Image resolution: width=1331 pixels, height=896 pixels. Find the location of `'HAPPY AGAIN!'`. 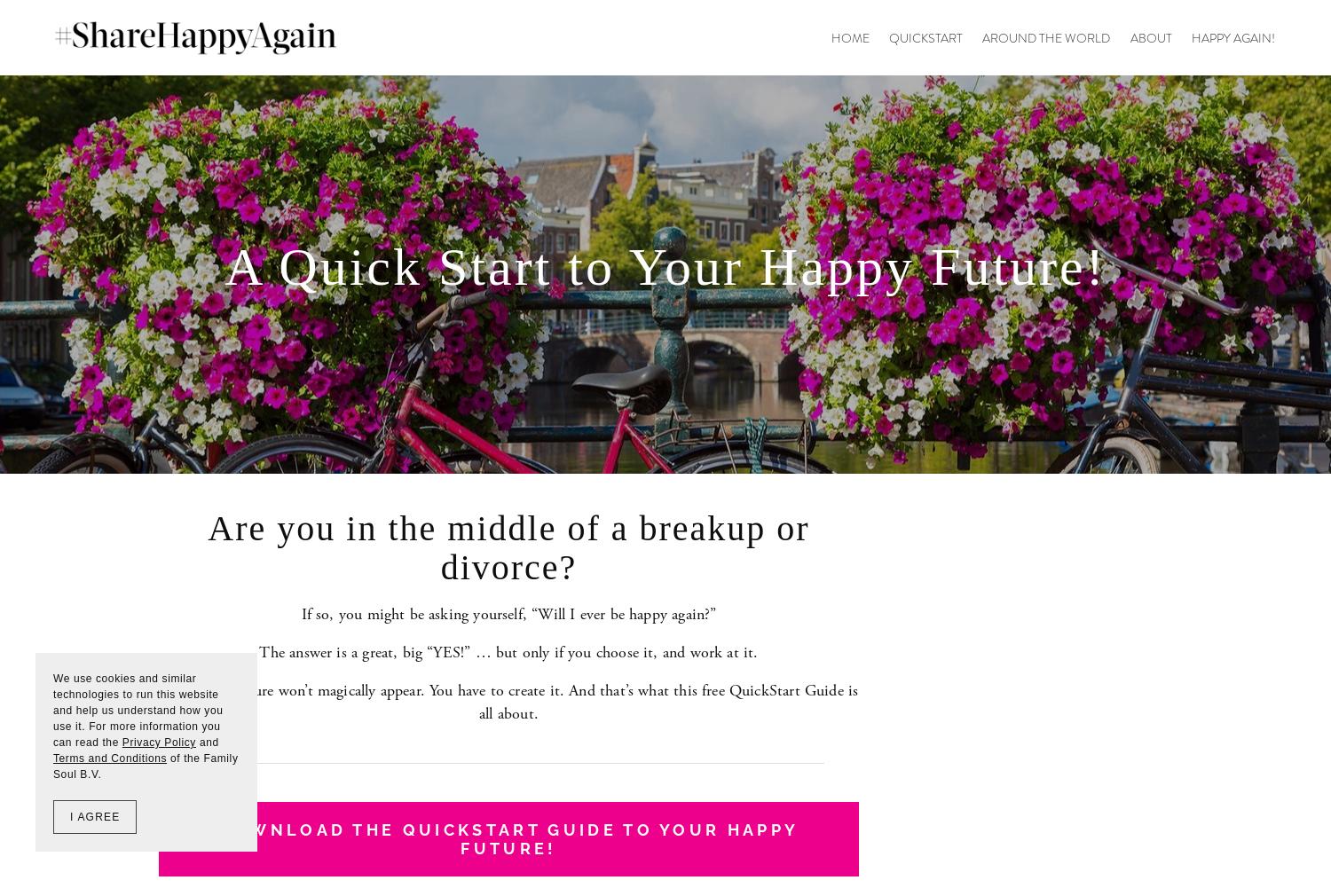

'HAPPY AGAIN!' is located at coordinates (1233, 36).